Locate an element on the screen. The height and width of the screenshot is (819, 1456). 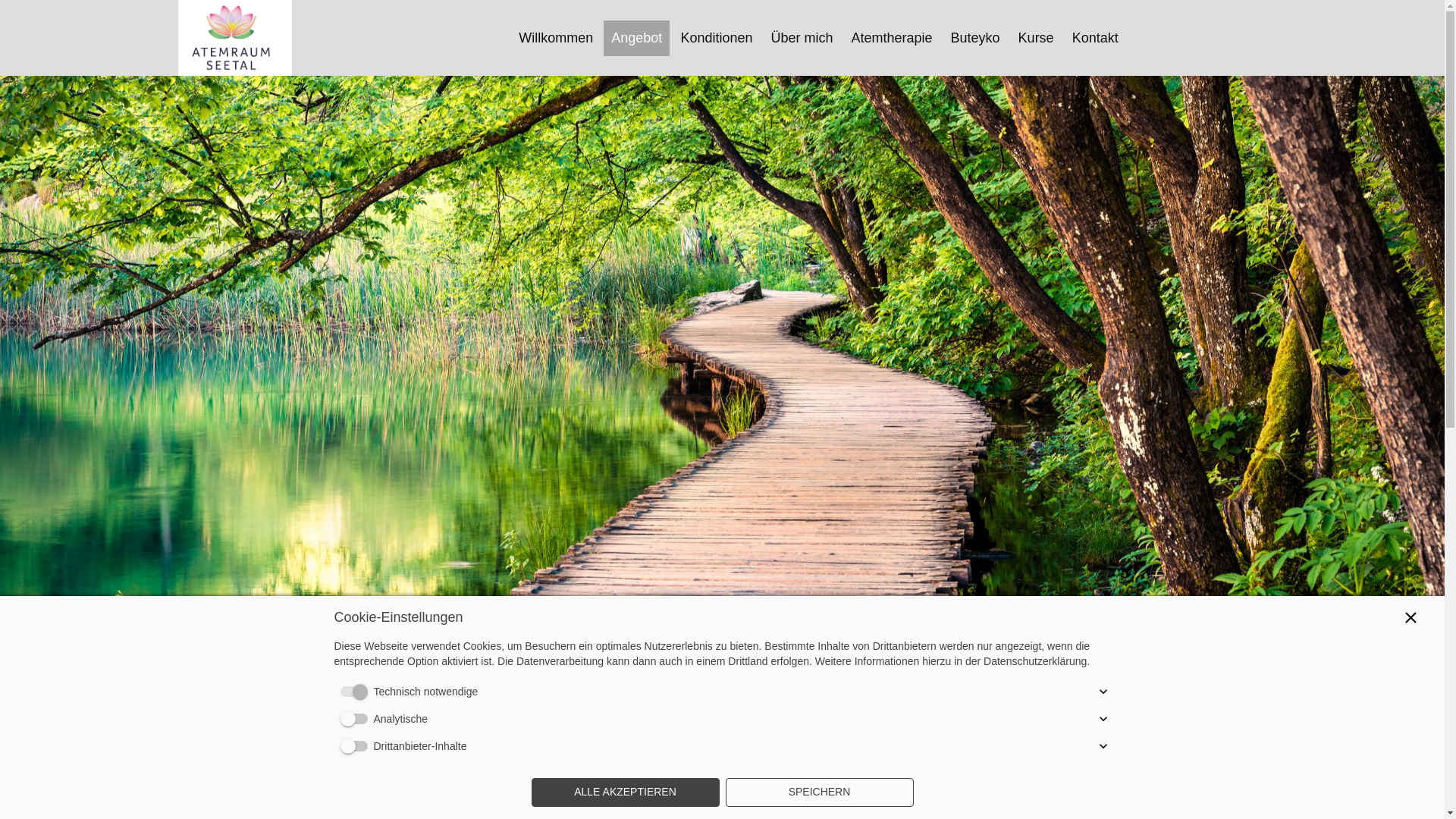
'Kontakt' is located at coordinates (1095, 37).